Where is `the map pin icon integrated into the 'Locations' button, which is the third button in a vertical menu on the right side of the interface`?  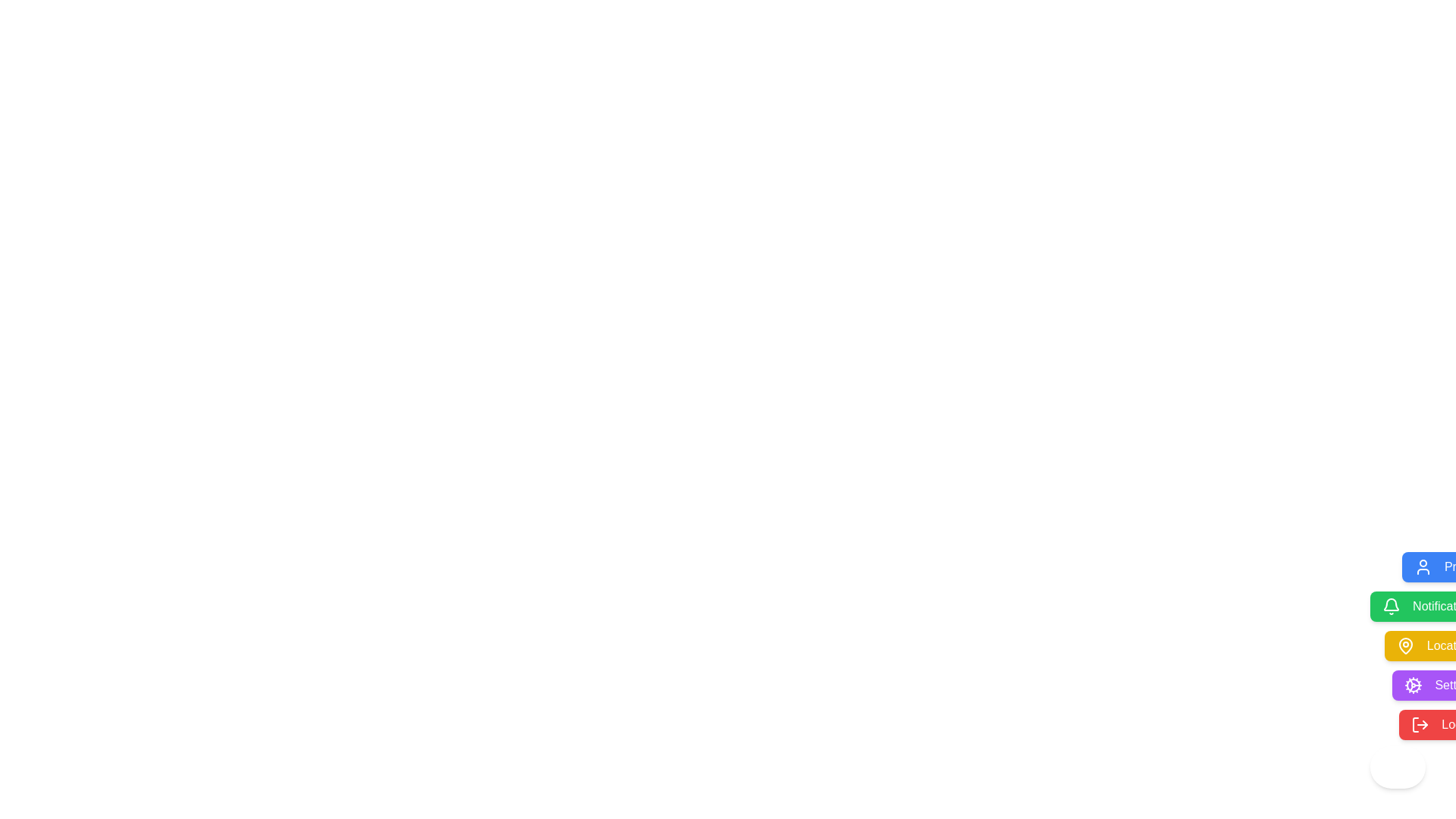
the map pin icon integrated into the 'Locations' button, which is the third button in a vertical menu on the right side of the interface is located at coordinates (1404, 646).